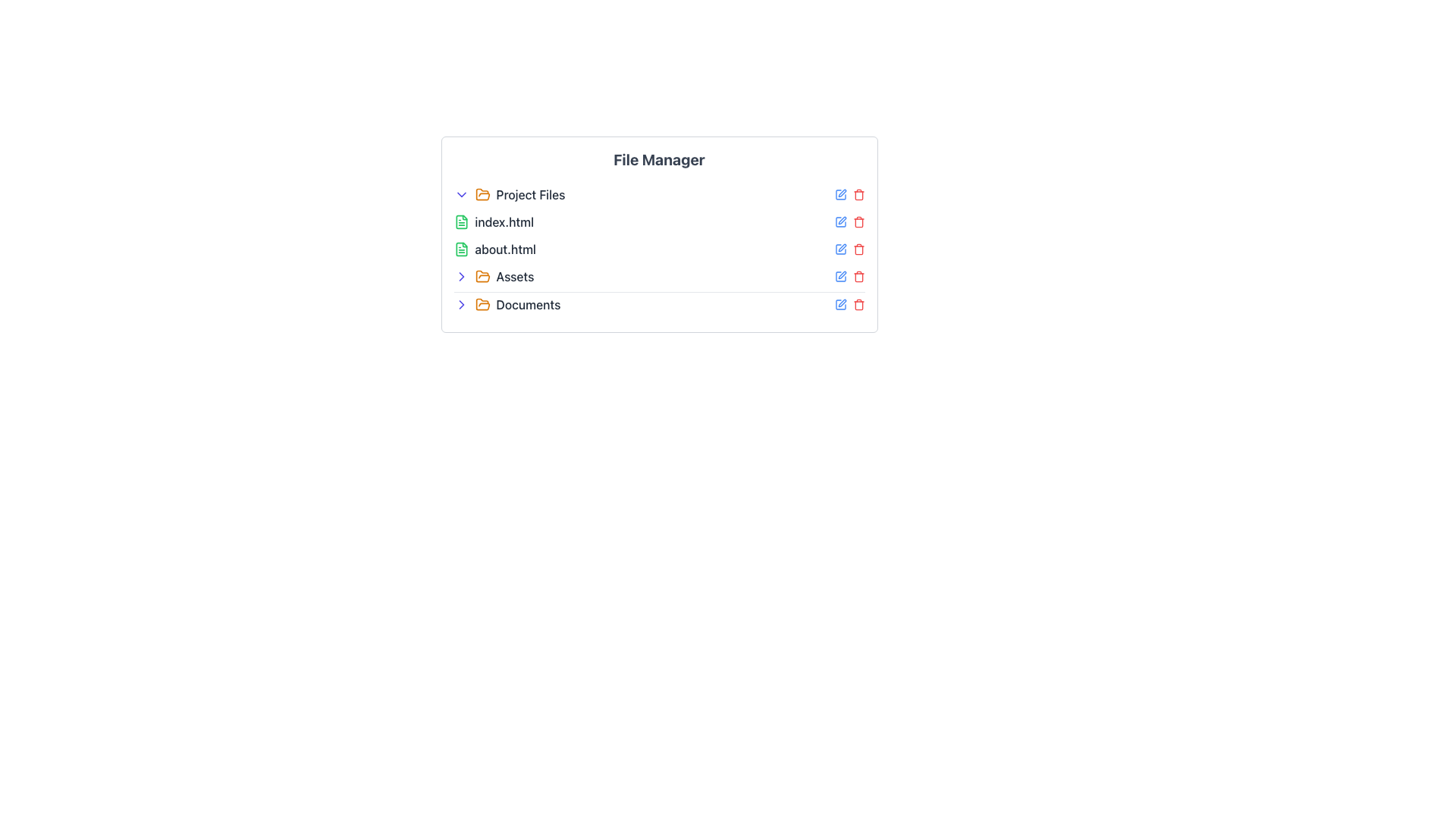 The image size is (1456, 819). I want to click on the green icon representing the file type or status associated with 'index.html', which is located to the left of the file name in the file list, so click(460, 222).